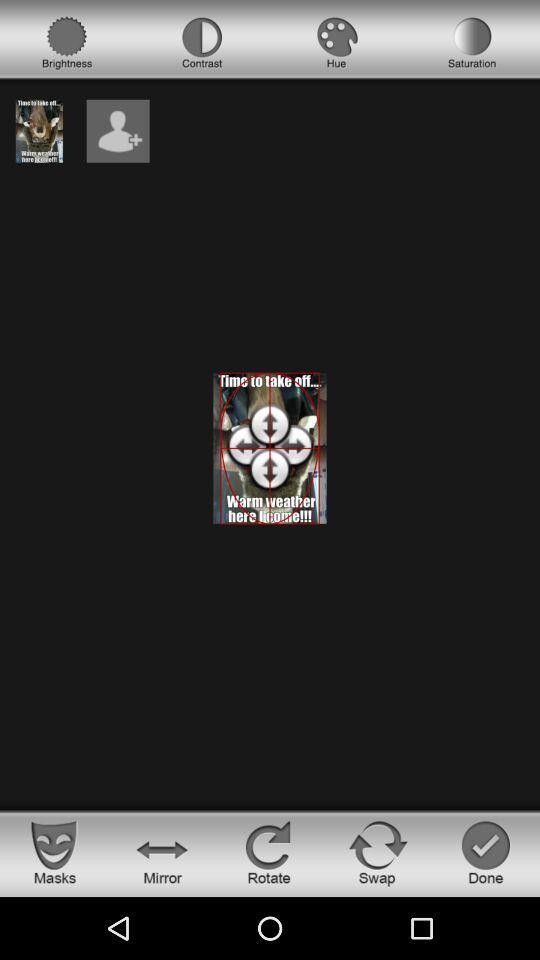  What do you see at coordinates (39, 130) in the screenshot?
I see `open image` at bounding box center [39, 130].